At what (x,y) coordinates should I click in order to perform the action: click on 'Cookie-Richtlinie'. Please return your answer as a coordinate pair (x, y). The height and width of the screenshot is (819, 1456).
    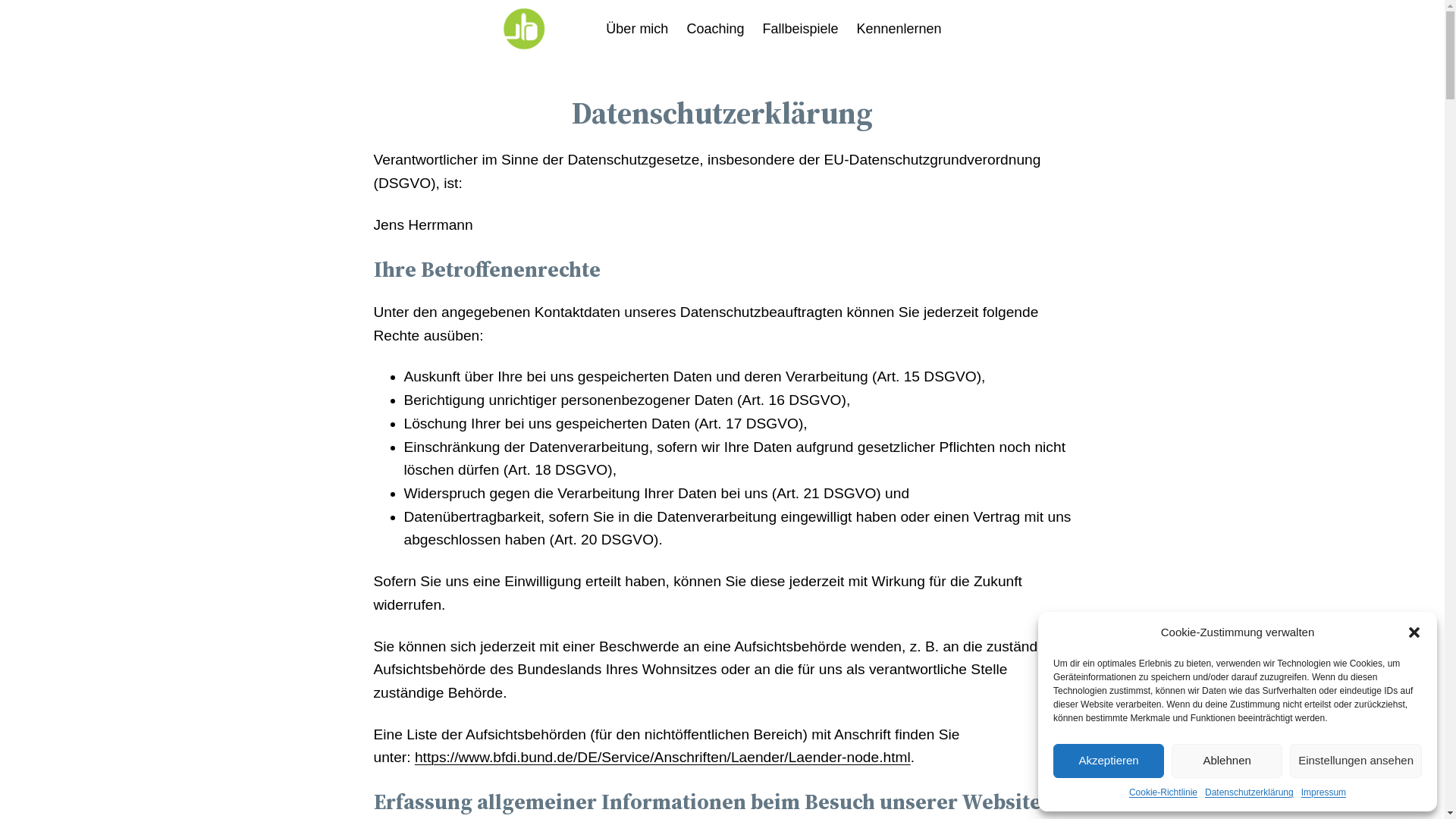
    Looking at the image, I should click on (1128, 792).